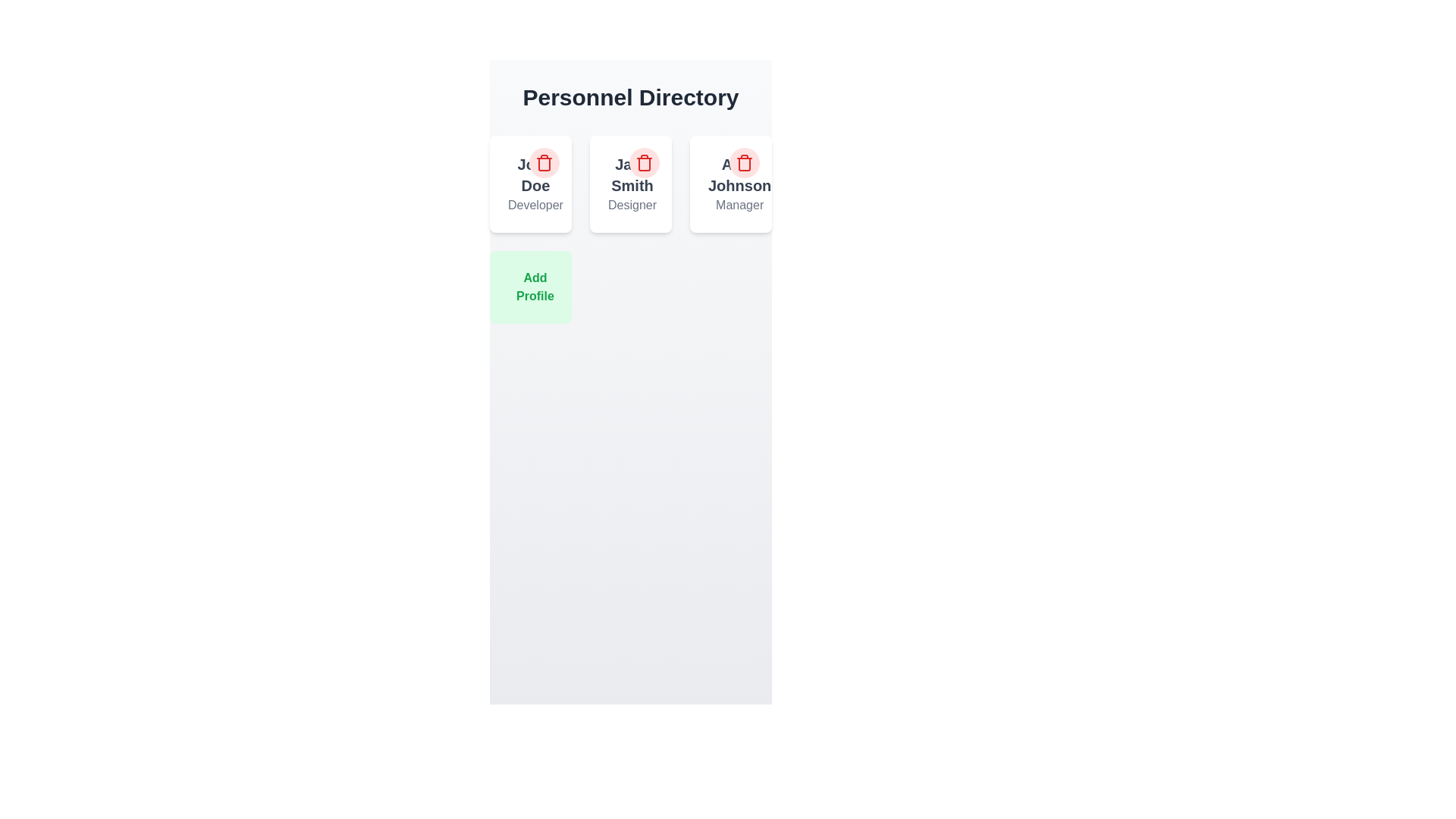 This screenshot has width=1456, height=819. I want to click on the delete button located in the top-right corner of the personnel card displaying 'John Doe', who is identified as a Developer, to initiate the delete action, so click(544, 163).